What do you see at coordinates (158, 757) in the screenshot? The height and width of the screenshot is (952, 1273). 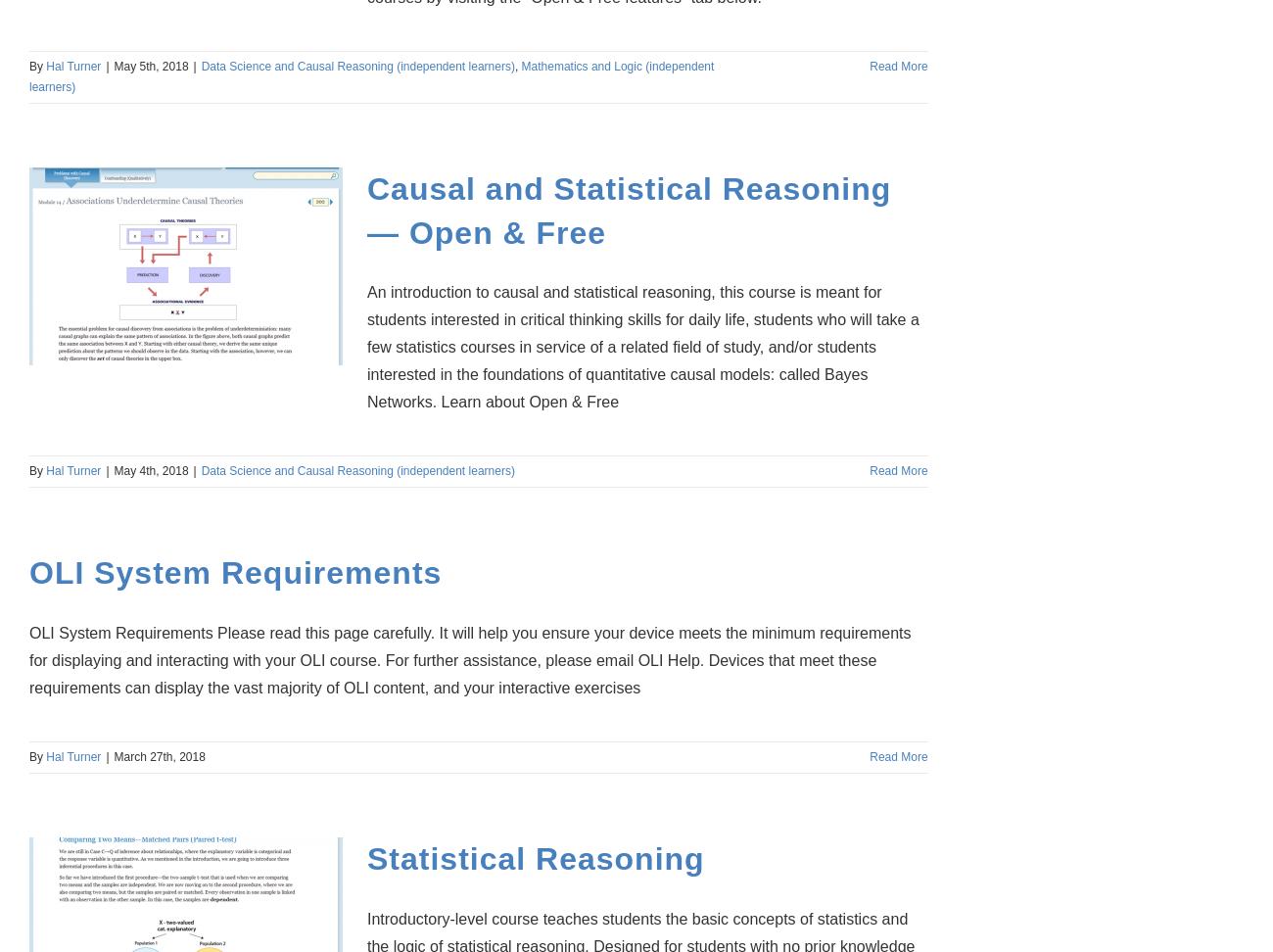 I see `'March 27th, 2018'` at bounding box center [158, 757].